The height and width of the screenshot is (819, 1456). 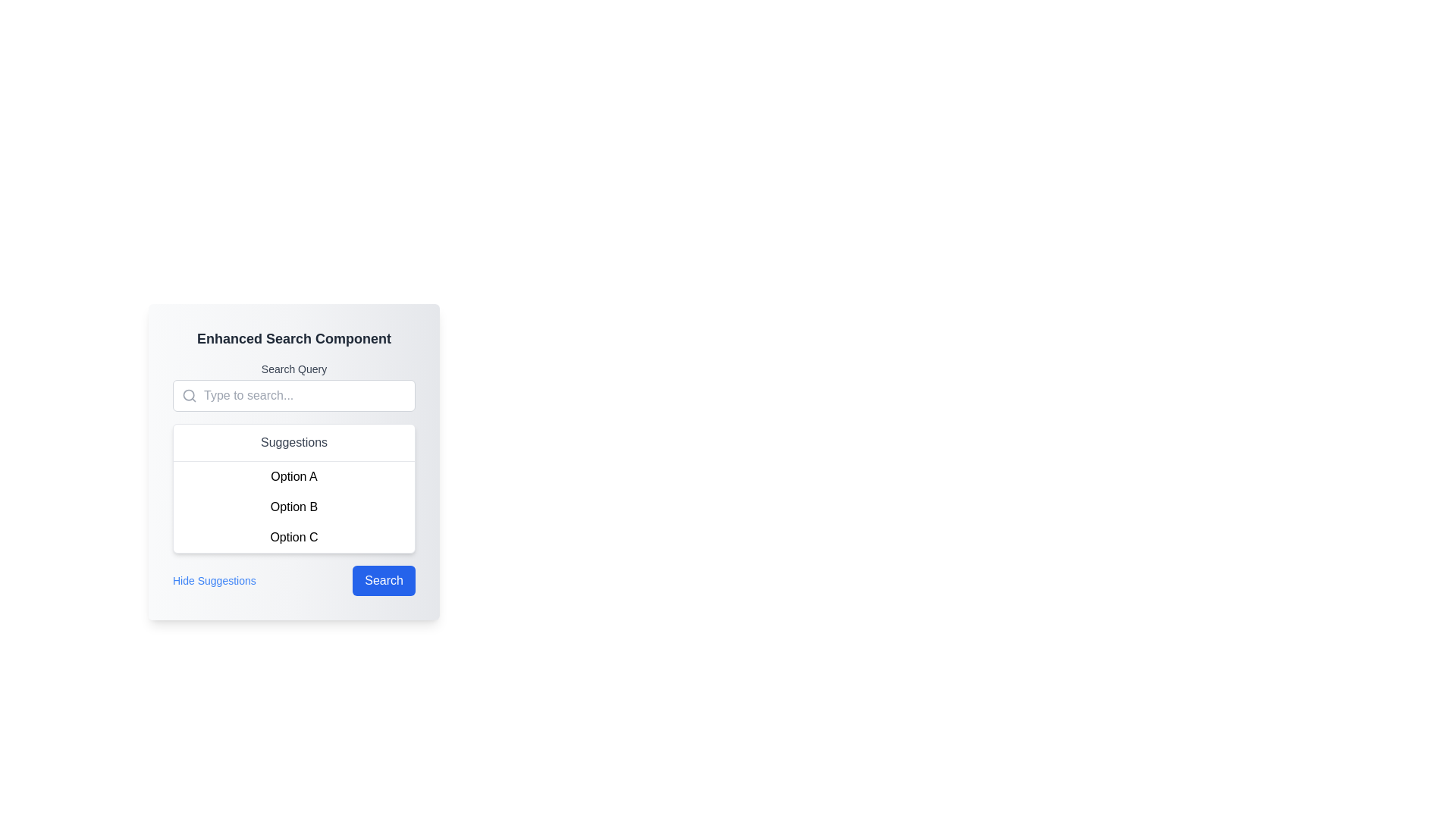 I want to click on 'Option B' in the Suggestions list box, so click(x=294, y=507).